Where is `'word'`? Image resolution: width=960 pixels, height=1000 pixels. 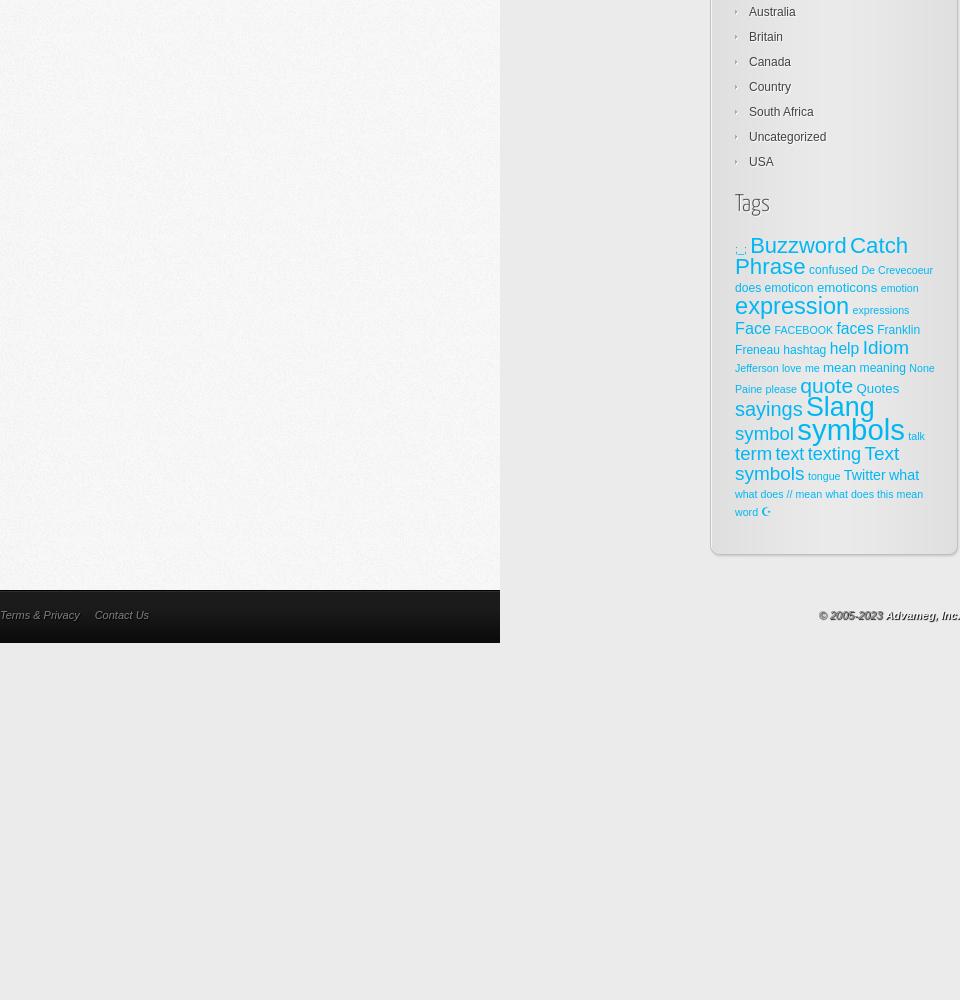 'word' is located at coordinates (745, 512).